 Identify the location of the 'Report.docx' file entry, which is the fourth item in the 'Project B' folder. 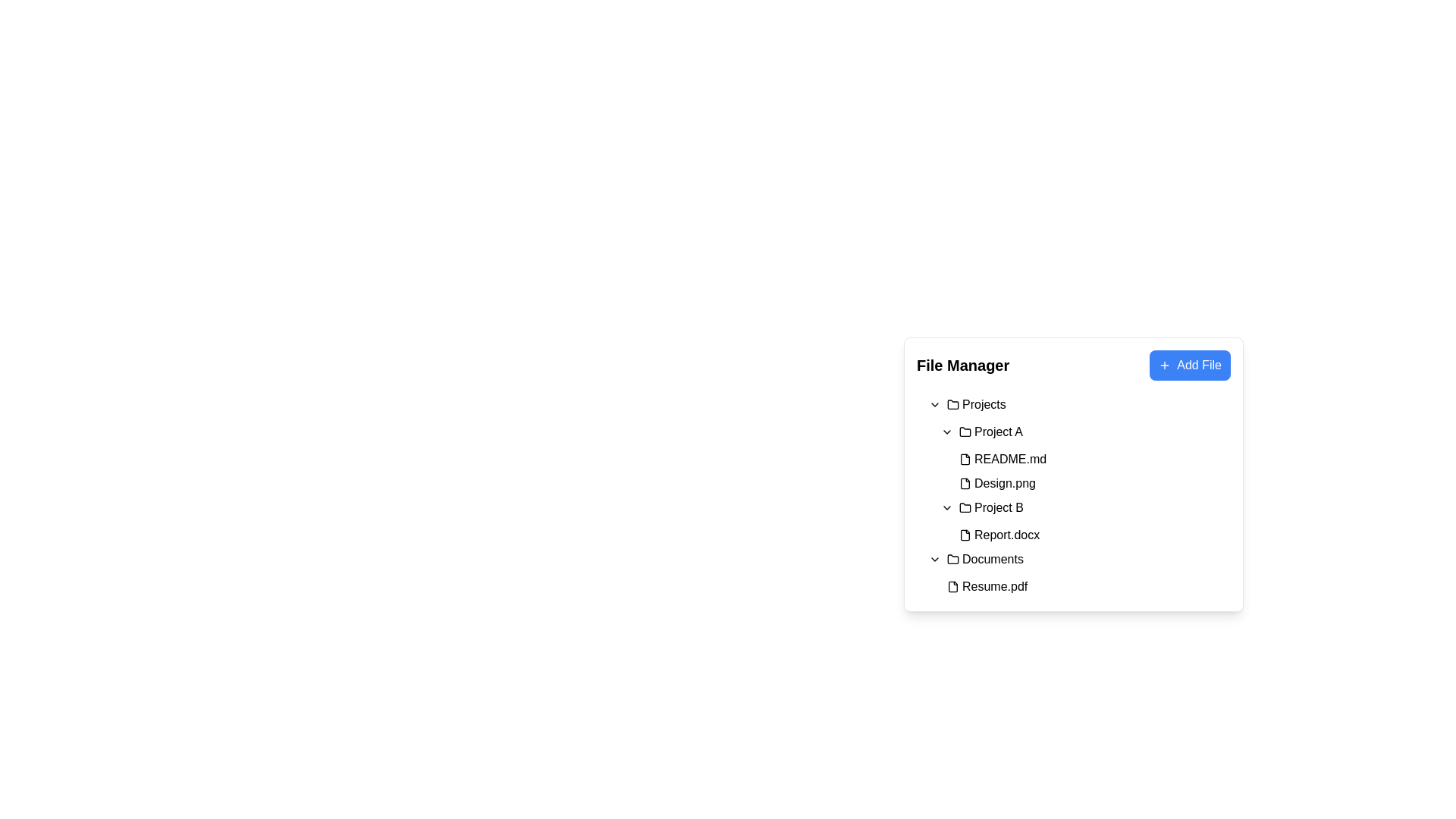
(1084, 534).